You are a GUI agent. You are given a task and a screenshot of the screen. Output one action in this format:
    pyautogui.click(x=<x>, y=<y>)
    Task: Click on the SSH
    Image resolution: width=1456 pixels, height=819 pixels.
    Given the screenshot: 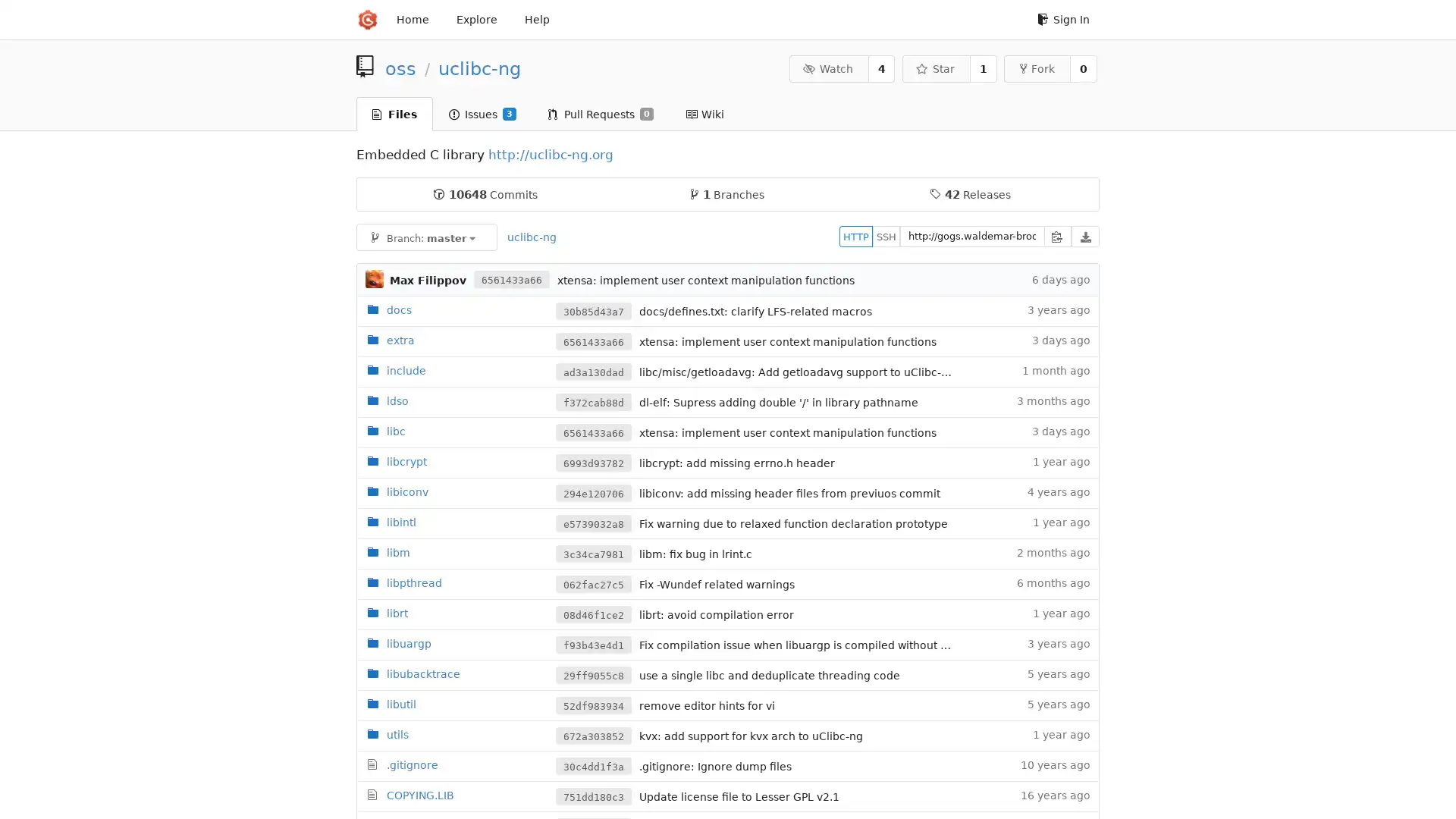 What is the action you would take?
    pyautogui.click(x=886, y=236)
    